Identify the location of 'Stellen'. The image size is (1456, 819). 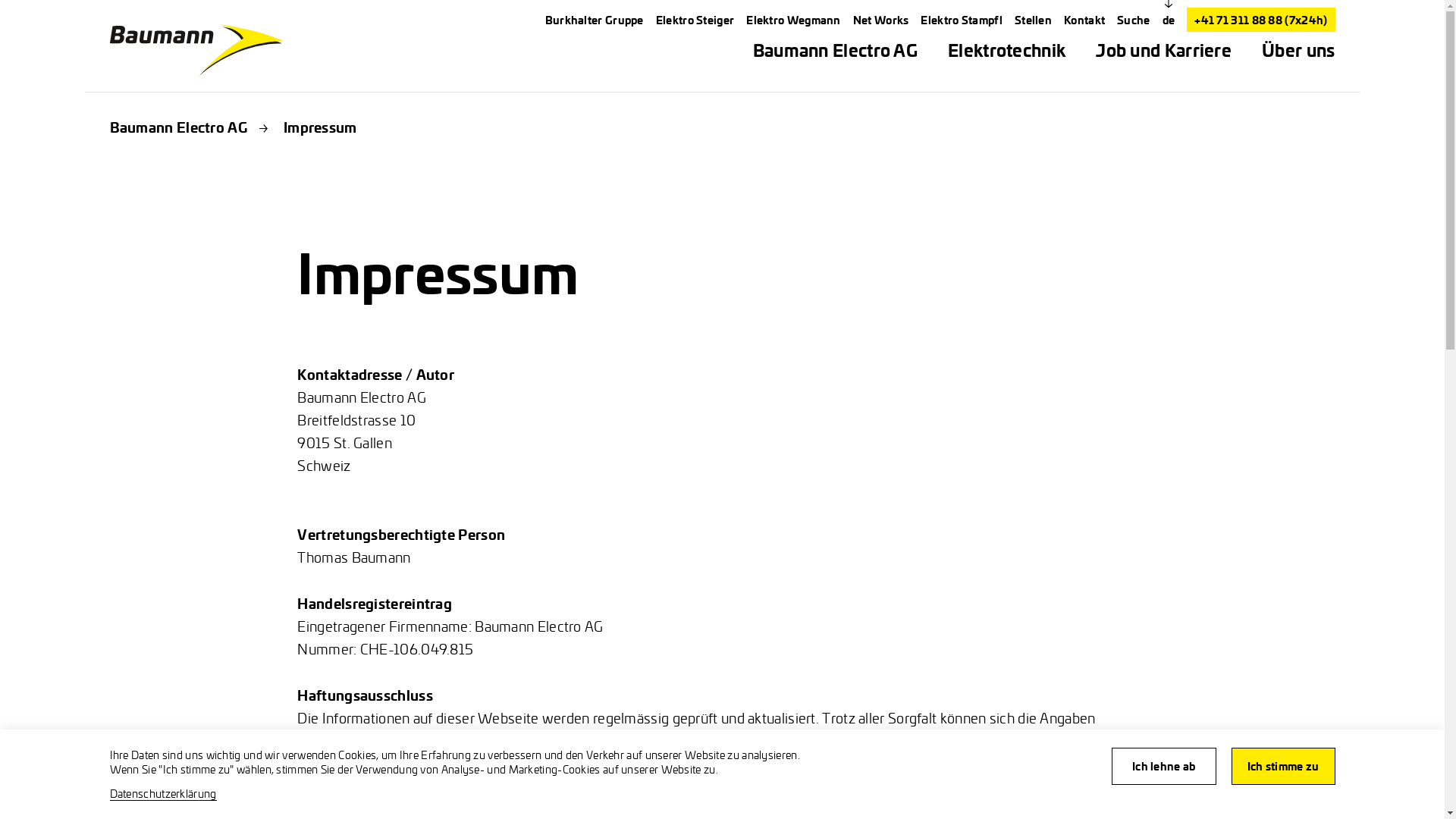
(1032, 20).